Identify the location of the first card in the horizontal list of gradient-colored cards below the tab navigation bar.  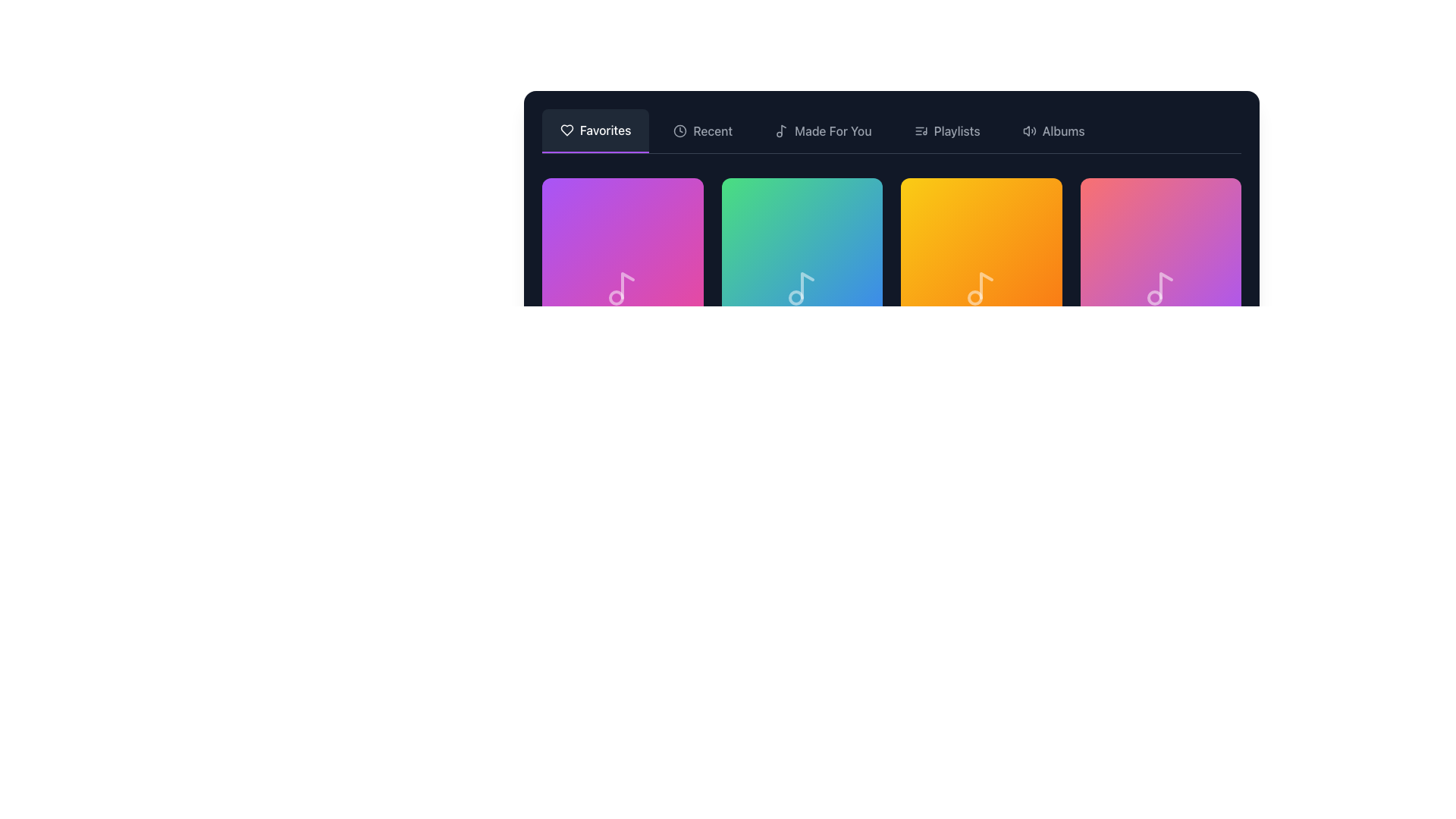
(623, 258).